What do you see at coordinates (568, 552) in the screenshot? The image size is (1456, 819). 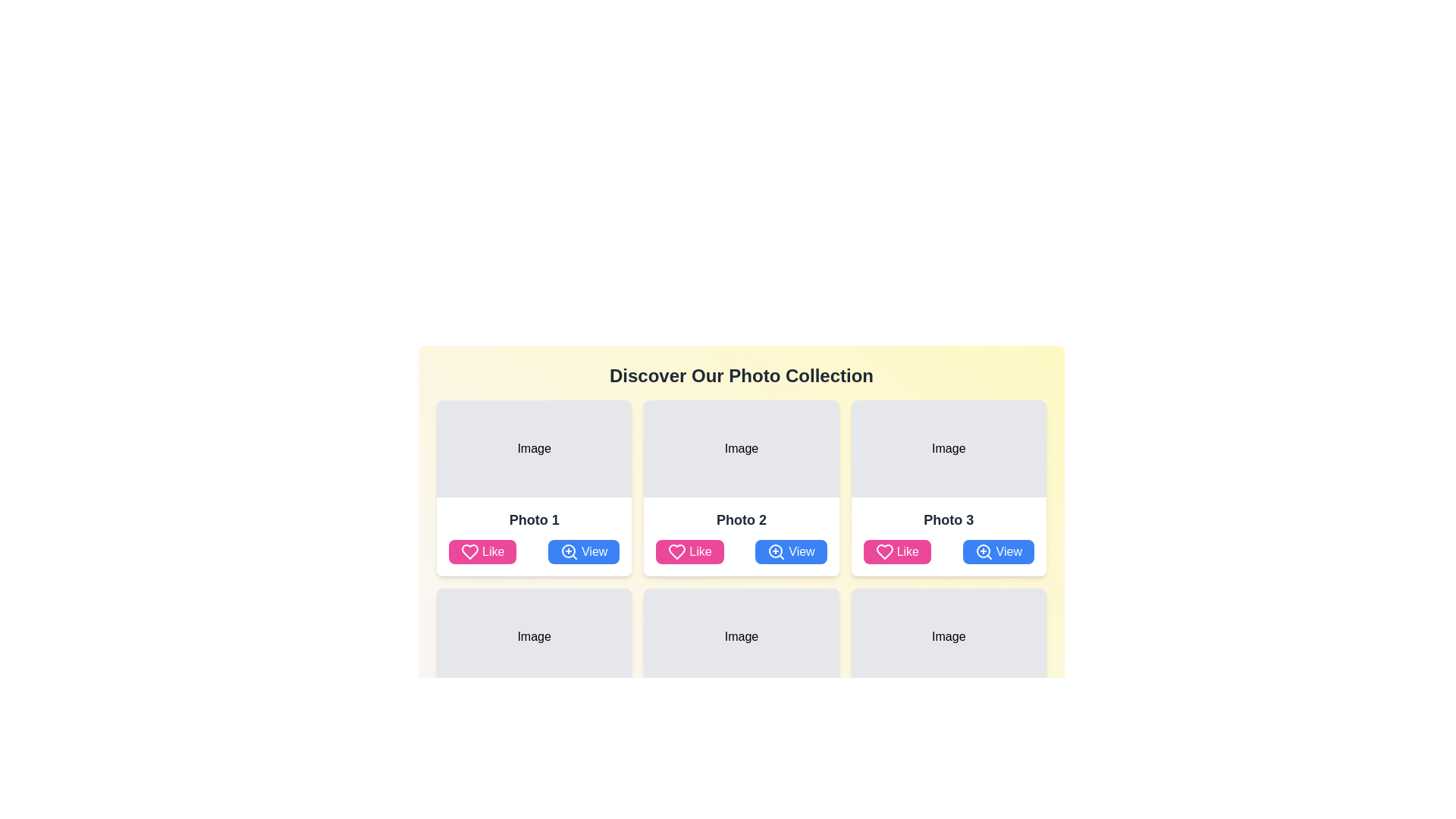 I see `the magnifying glass icon with a plus symbol inside the blue 'View' button, which is located in the second photo card of the grid layout, to activate hover effects` at bounding box center [568, 552].